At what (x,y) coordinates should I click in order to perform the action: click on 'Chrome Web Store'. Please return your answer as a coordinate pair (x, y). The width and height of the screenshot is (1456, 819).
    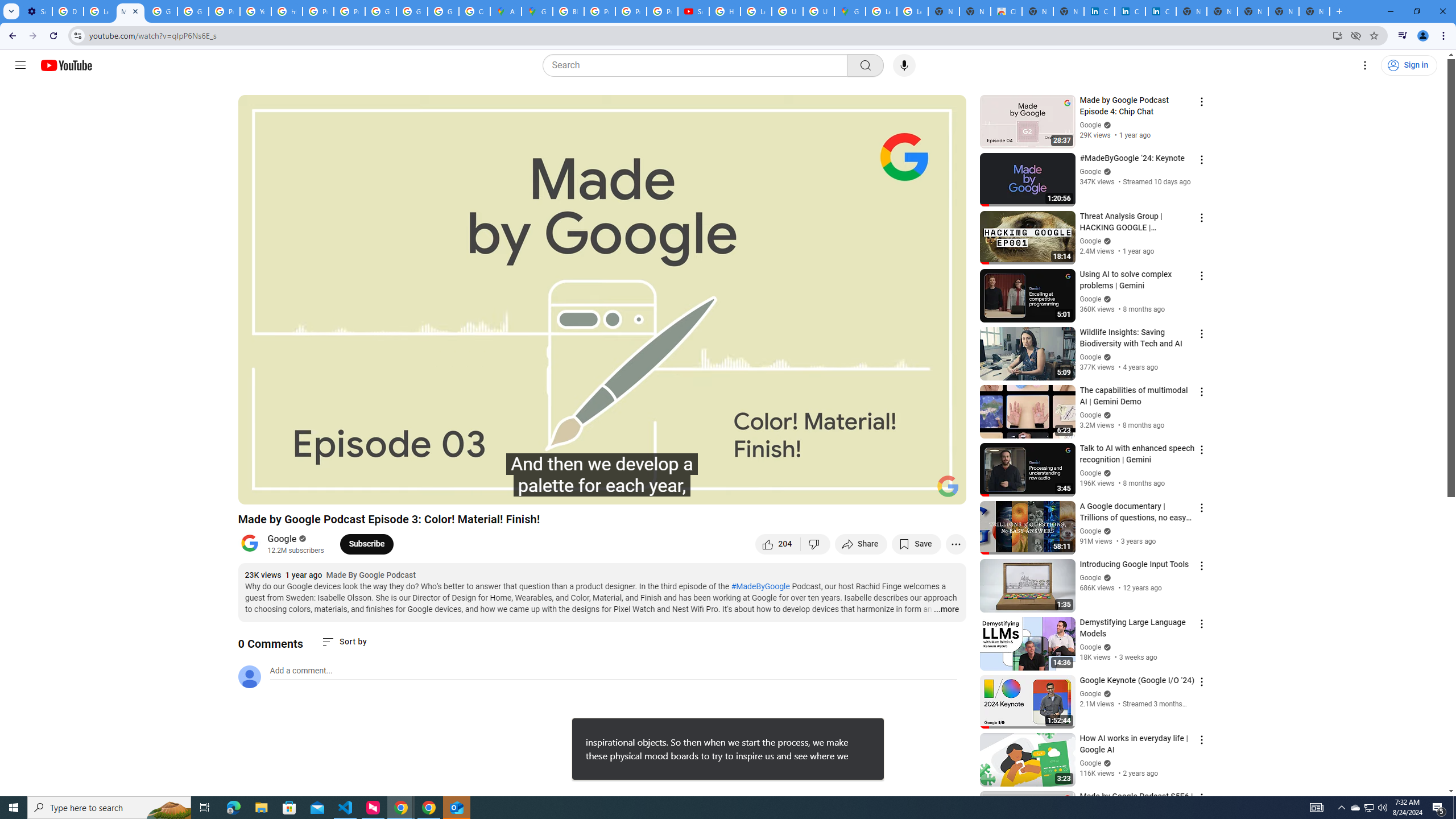
    Looking at the image, I should click on (1006, 11).